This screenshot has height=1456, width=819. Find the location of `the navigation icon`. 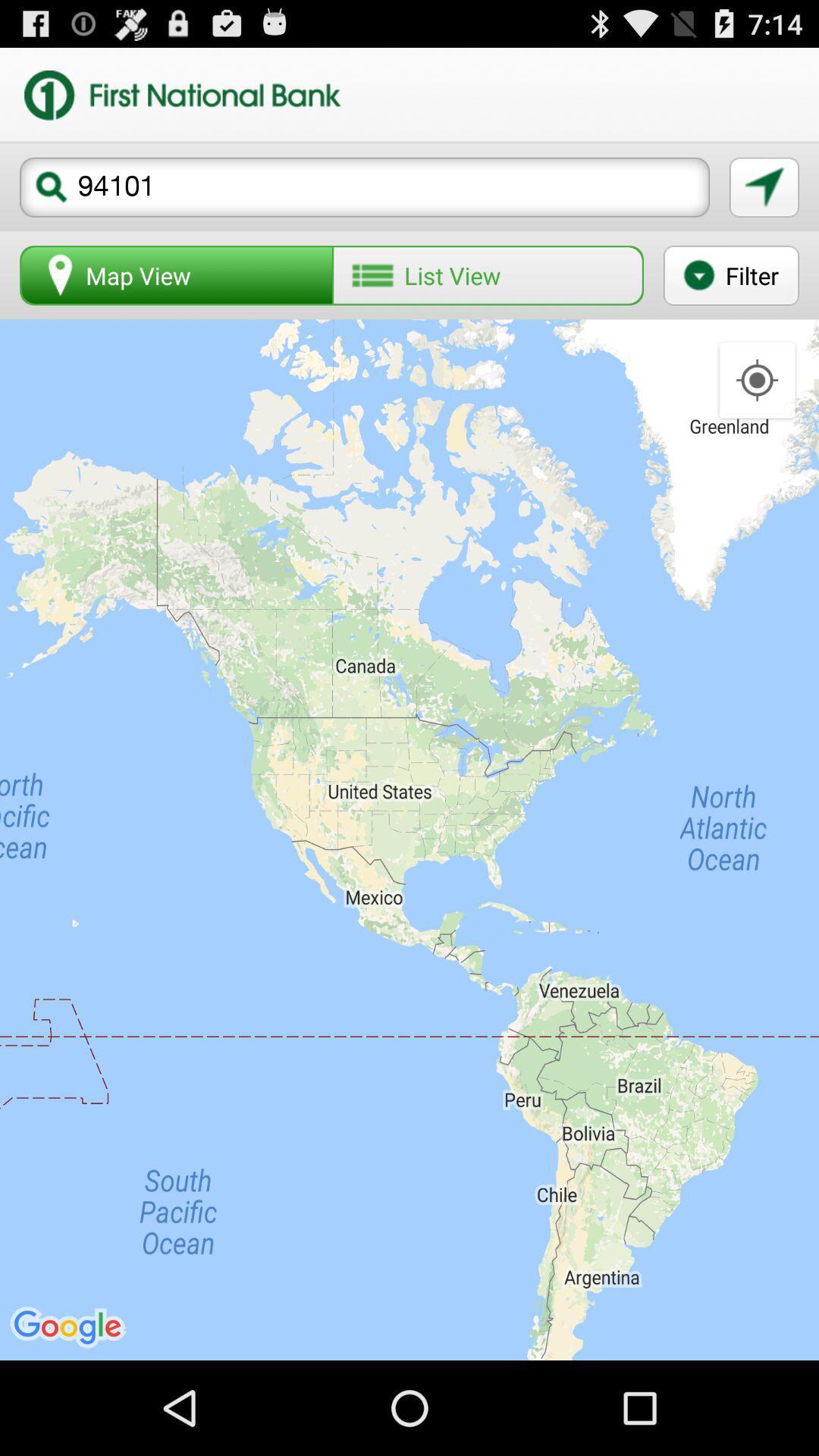

the navigation icon is located at coordinates (764, 199).